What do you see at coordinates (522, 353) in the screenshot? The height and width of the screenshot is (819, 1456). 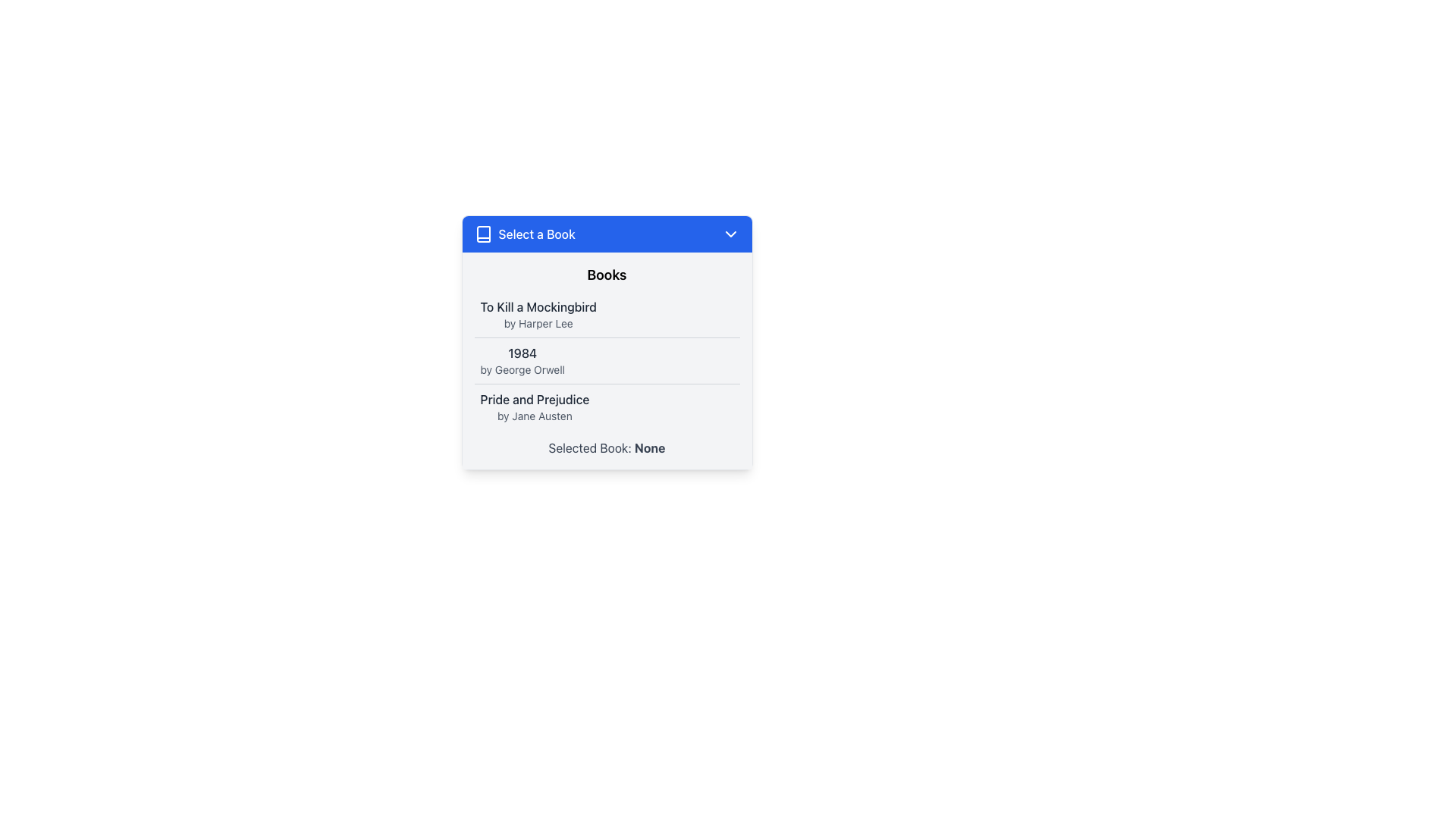 I see `the text label that identifies the book titled '1984' in the central section of the interface` at bounding box center [522, 353].